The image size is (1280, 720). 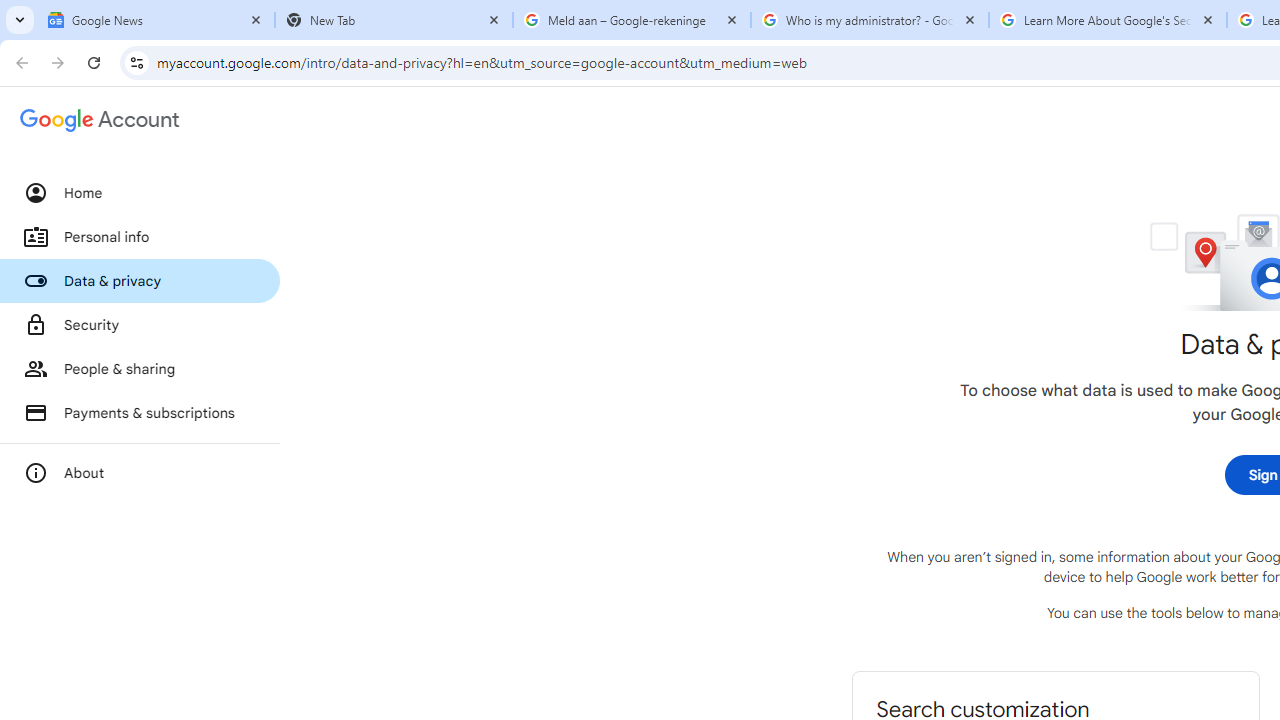 I want to click on 'Personal info', so click(x=139, y=236).